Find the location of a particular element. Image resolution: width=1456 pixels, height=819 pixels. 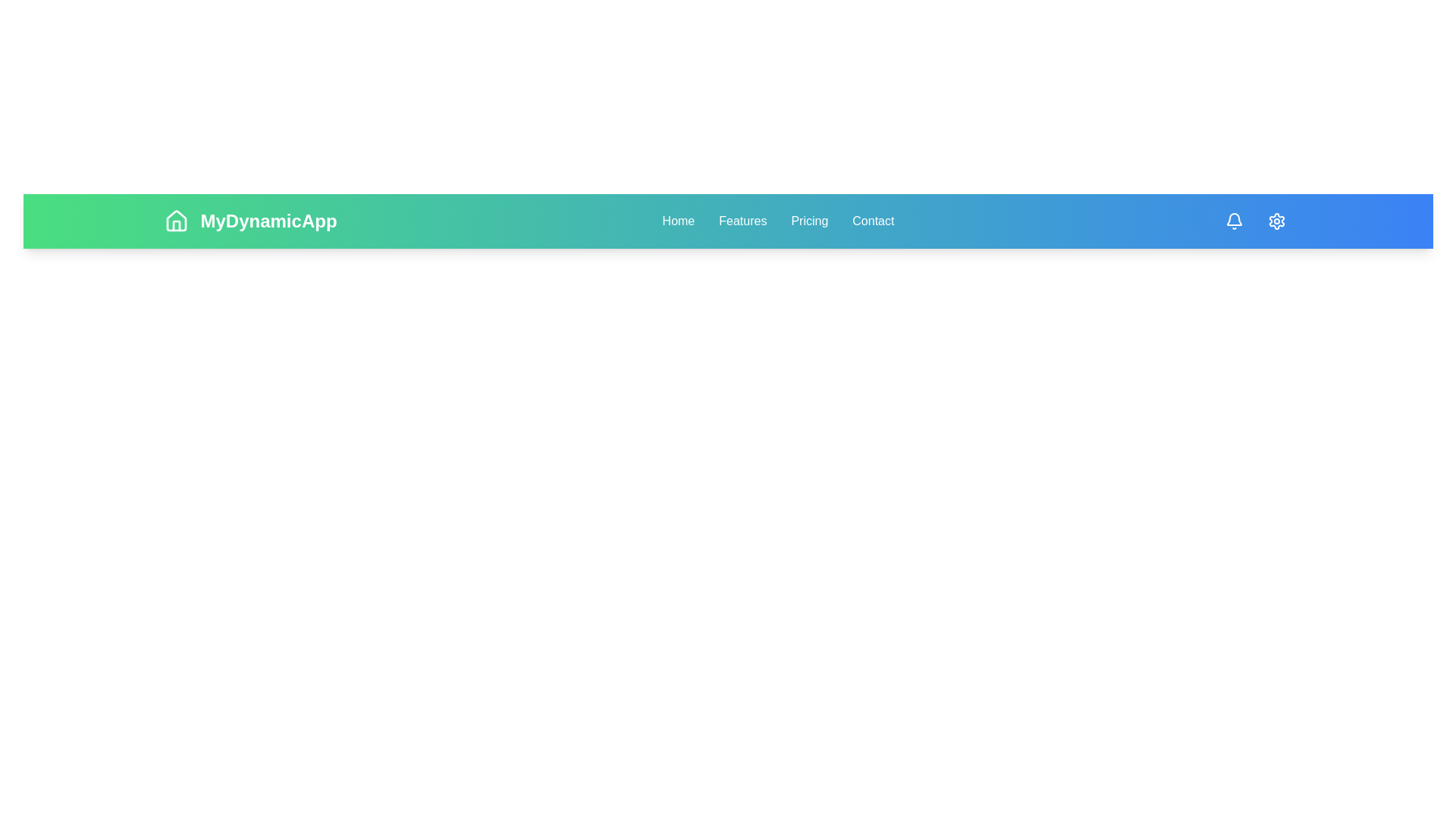

the Pricing navigation link to navigate to the respective section is located at coordinates (808, 221).